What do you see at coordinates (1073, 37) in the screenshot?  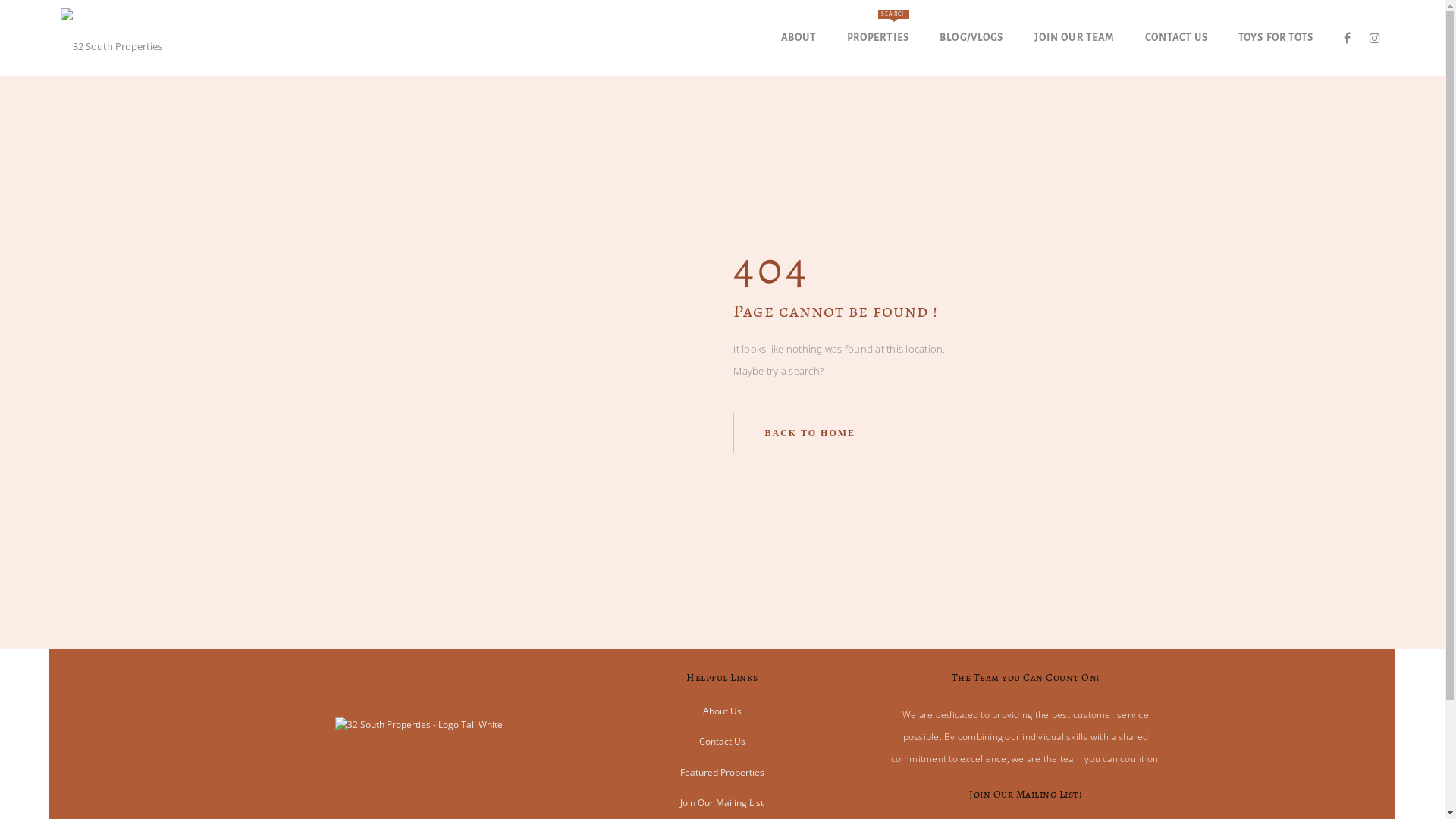 I see `'JOIN OUR TEAM'` at bounding box center [1073, 37].